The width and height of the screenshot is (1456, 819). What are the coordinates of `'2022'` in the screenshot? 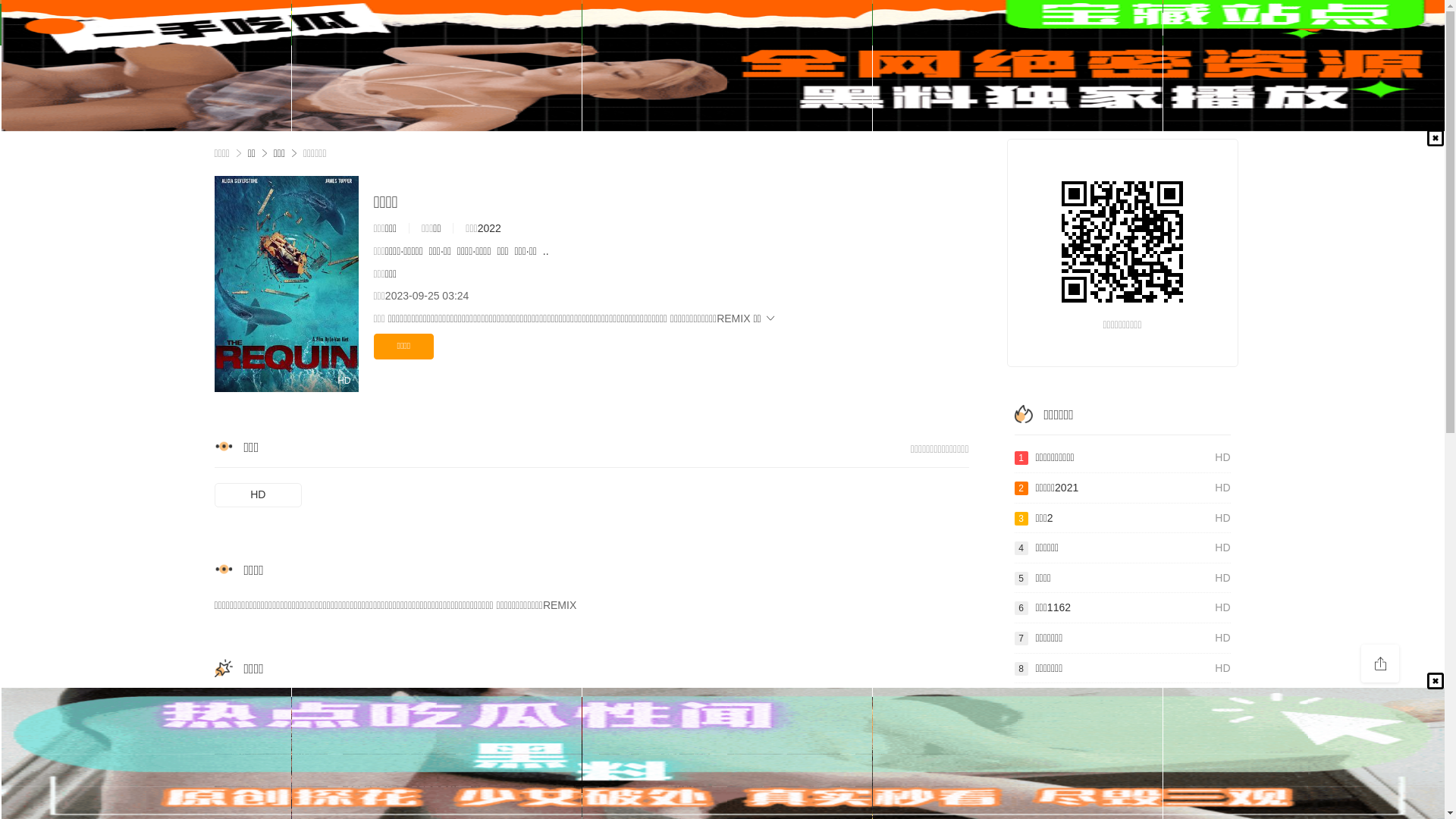 It's located at (489, 227).